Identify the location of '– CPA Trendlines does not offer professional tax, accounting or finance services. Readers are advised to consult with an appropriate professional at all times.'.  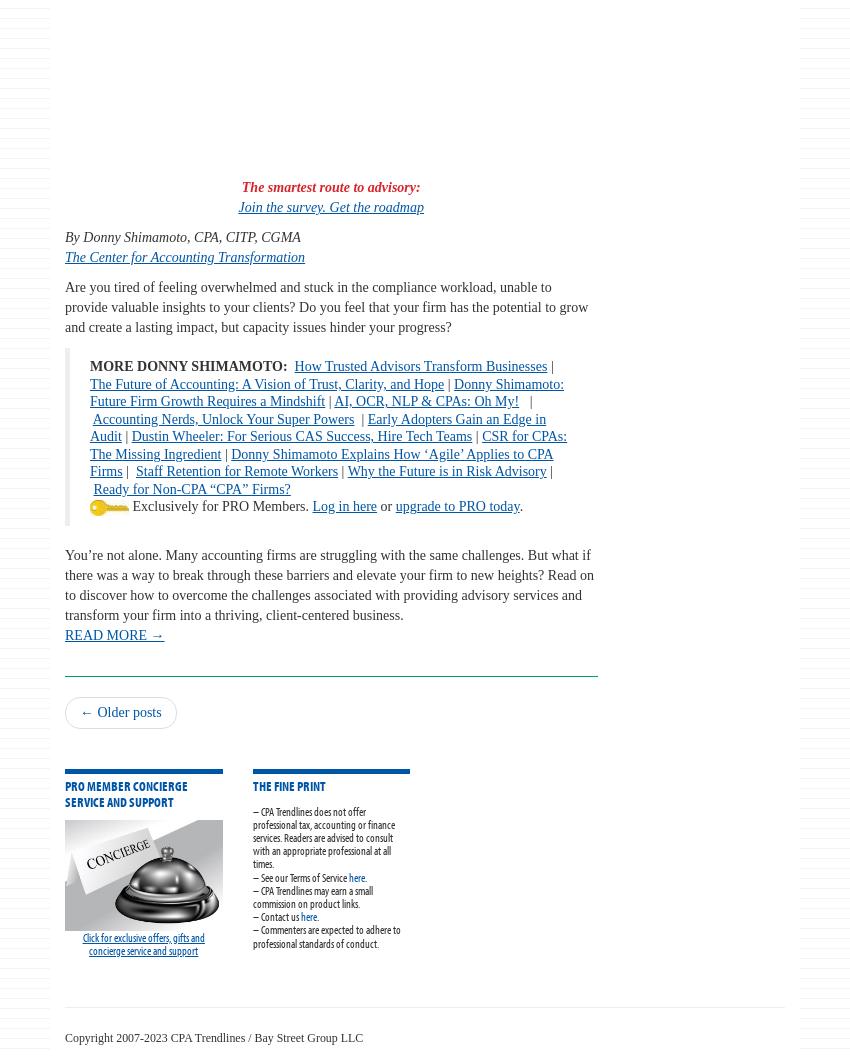
(323, 836).